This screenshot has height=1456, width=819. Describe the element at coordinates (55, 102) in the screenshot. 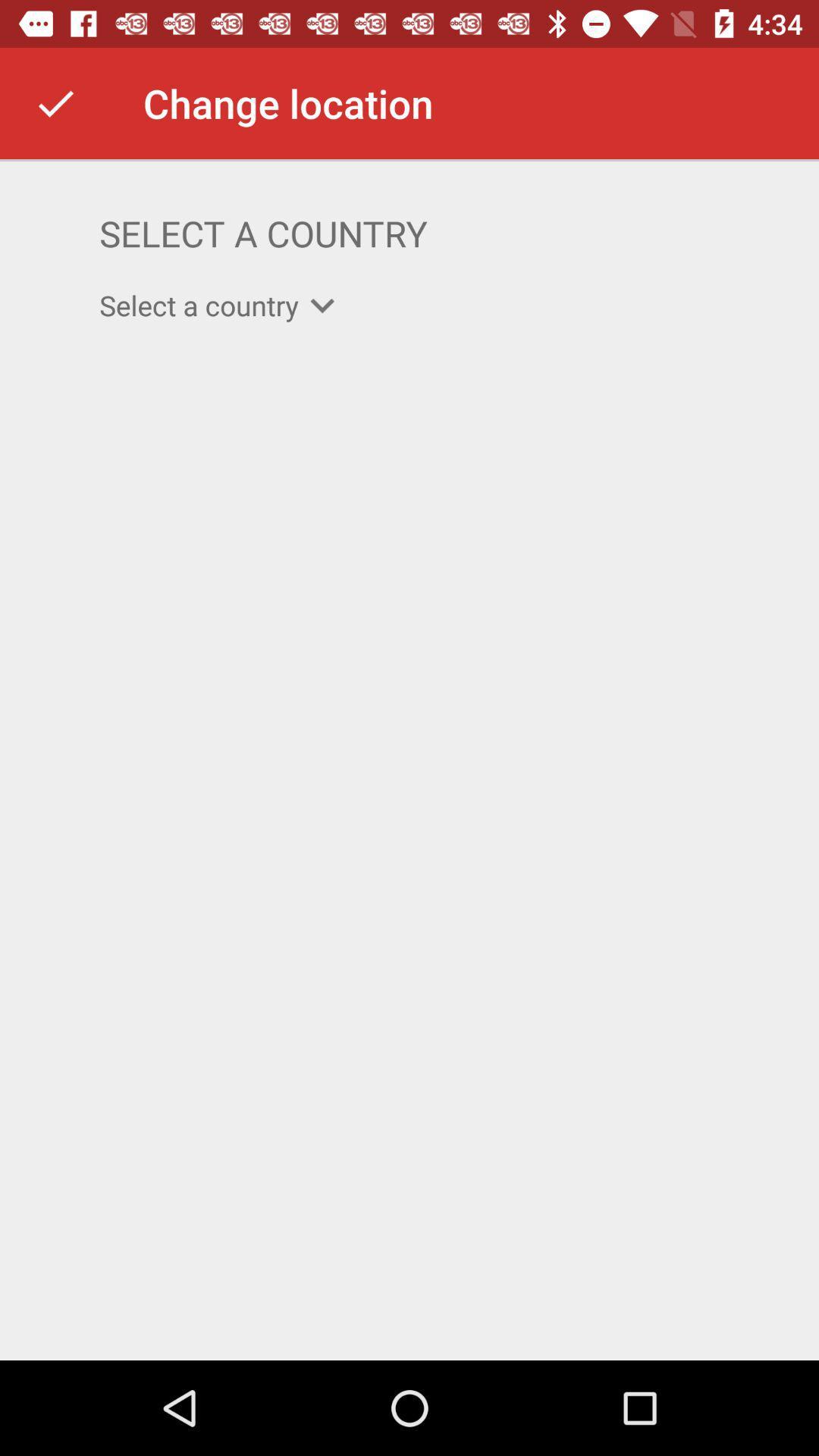

I see `the item next to the change location item` at that location.